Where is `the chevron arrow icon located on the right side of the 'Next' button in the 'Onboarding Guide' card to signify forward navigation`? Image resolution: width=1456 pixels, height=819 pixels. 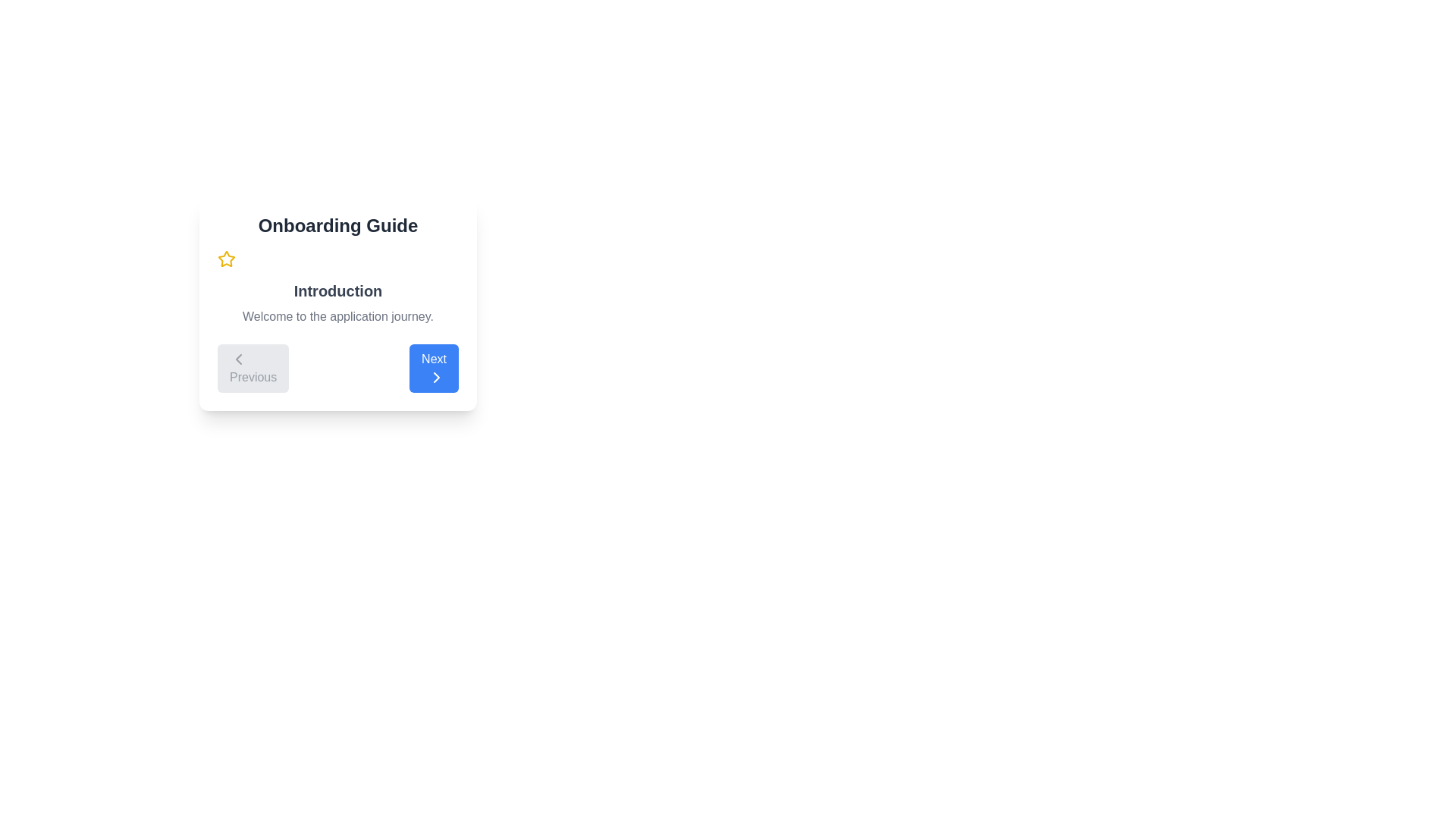 the chevron arrow icon located on the right side of the 'Next' button in the 'Onboarding Guide' card to signify forward navigation is located at coordinates (436, 376).